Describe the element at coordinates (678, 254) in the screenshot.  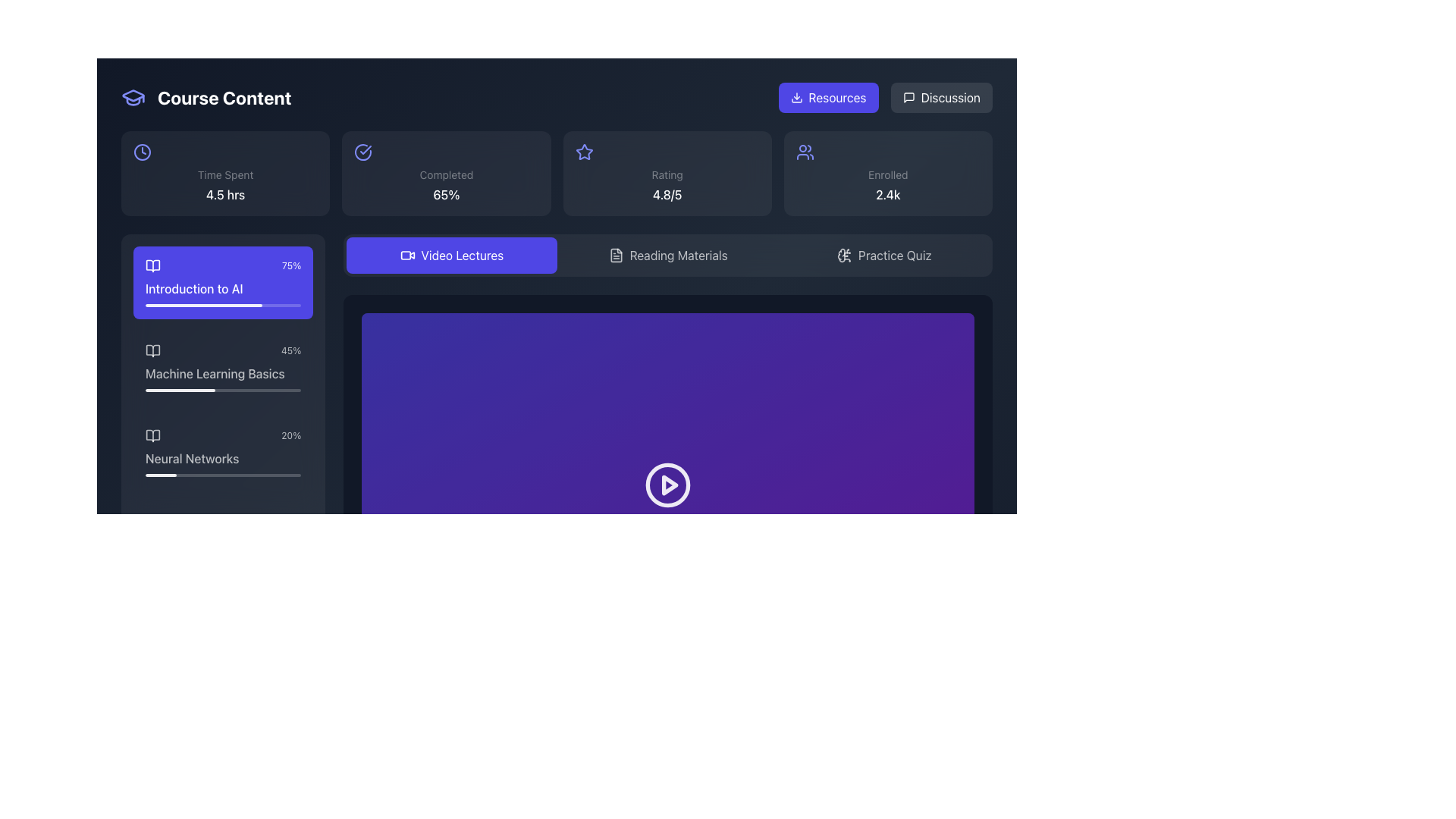
I see `the text label of the button located to the right of the 'Video Lectures' button and to the left of the 'Practice Quiz' icon` at that location.